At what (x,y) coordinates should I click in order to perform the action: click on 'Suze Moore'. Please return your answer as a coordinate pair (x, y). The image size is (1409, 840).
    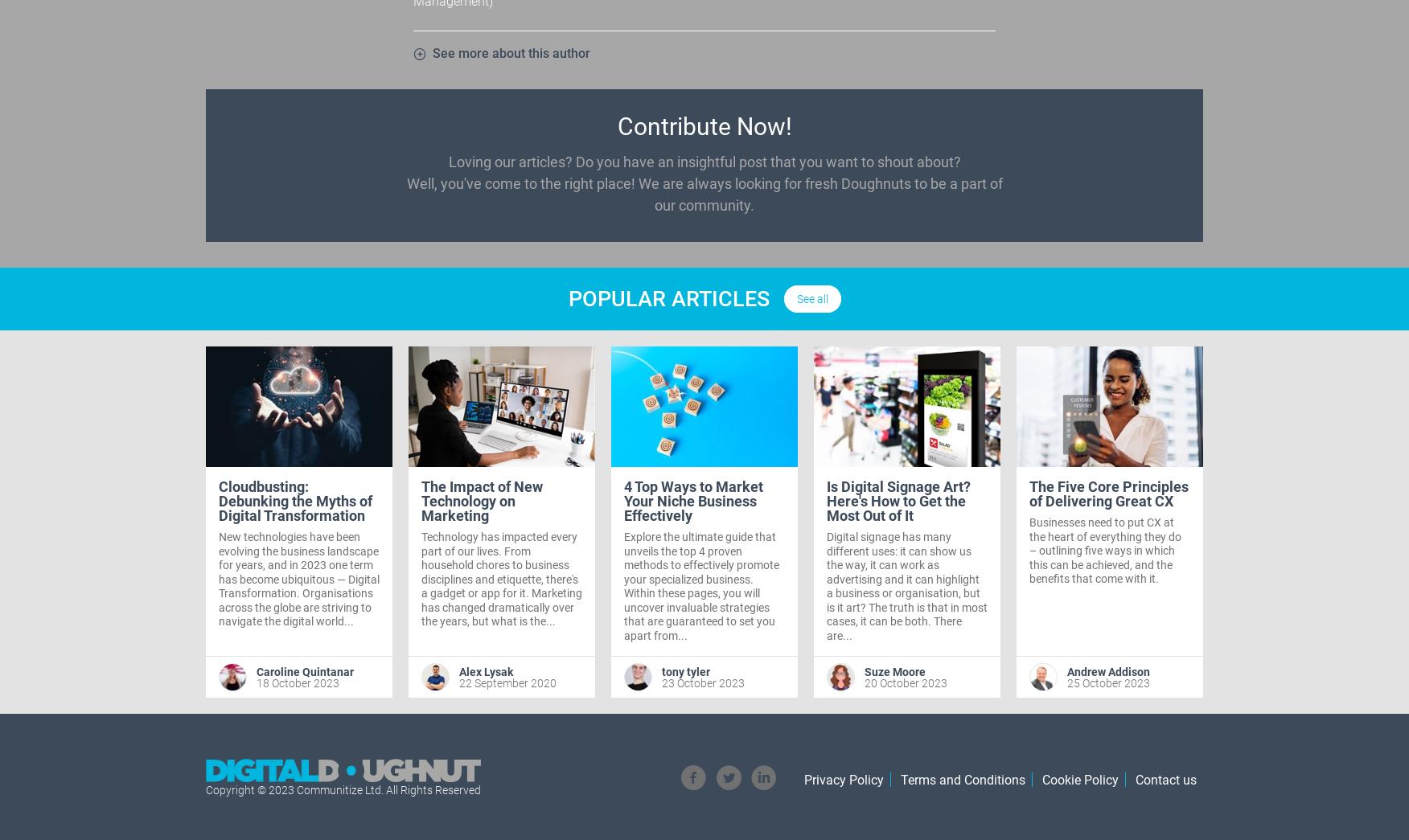
    Looking at the image, I should click on (894, 670).